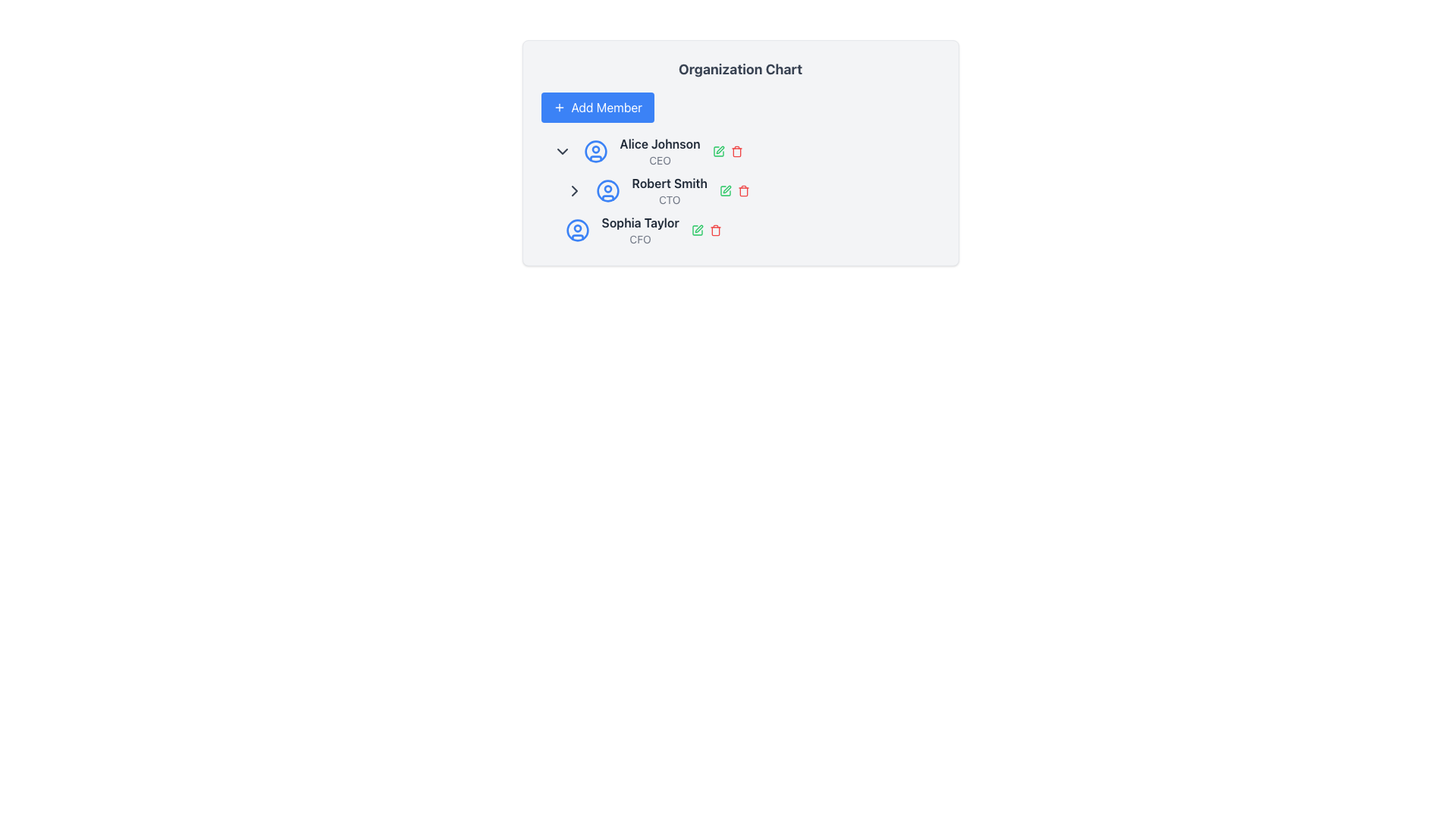 The image size is (1456, 819). I want to click on the Static Text Label displaying the name 'Robert Smith', which is located centrally in the organization chart, positioned below 'Alice Johnson' and above 'Sophia Taylor', so click(669, 183).